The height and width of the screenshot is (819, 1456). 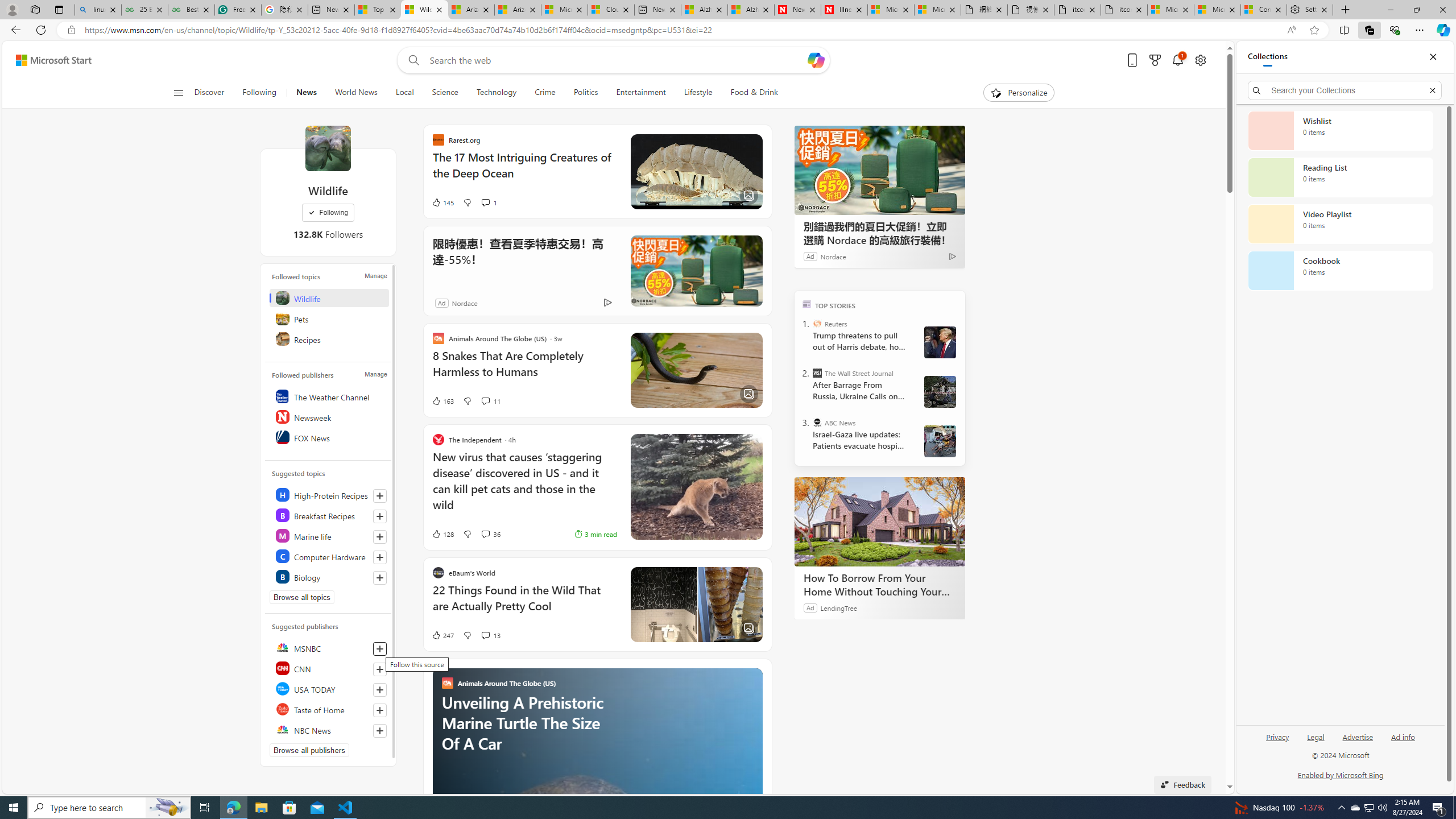 What do you see at coordinates (617, 59) in the screenshot?
I see `'Enter your search term'` at bounding box center [617, 59].